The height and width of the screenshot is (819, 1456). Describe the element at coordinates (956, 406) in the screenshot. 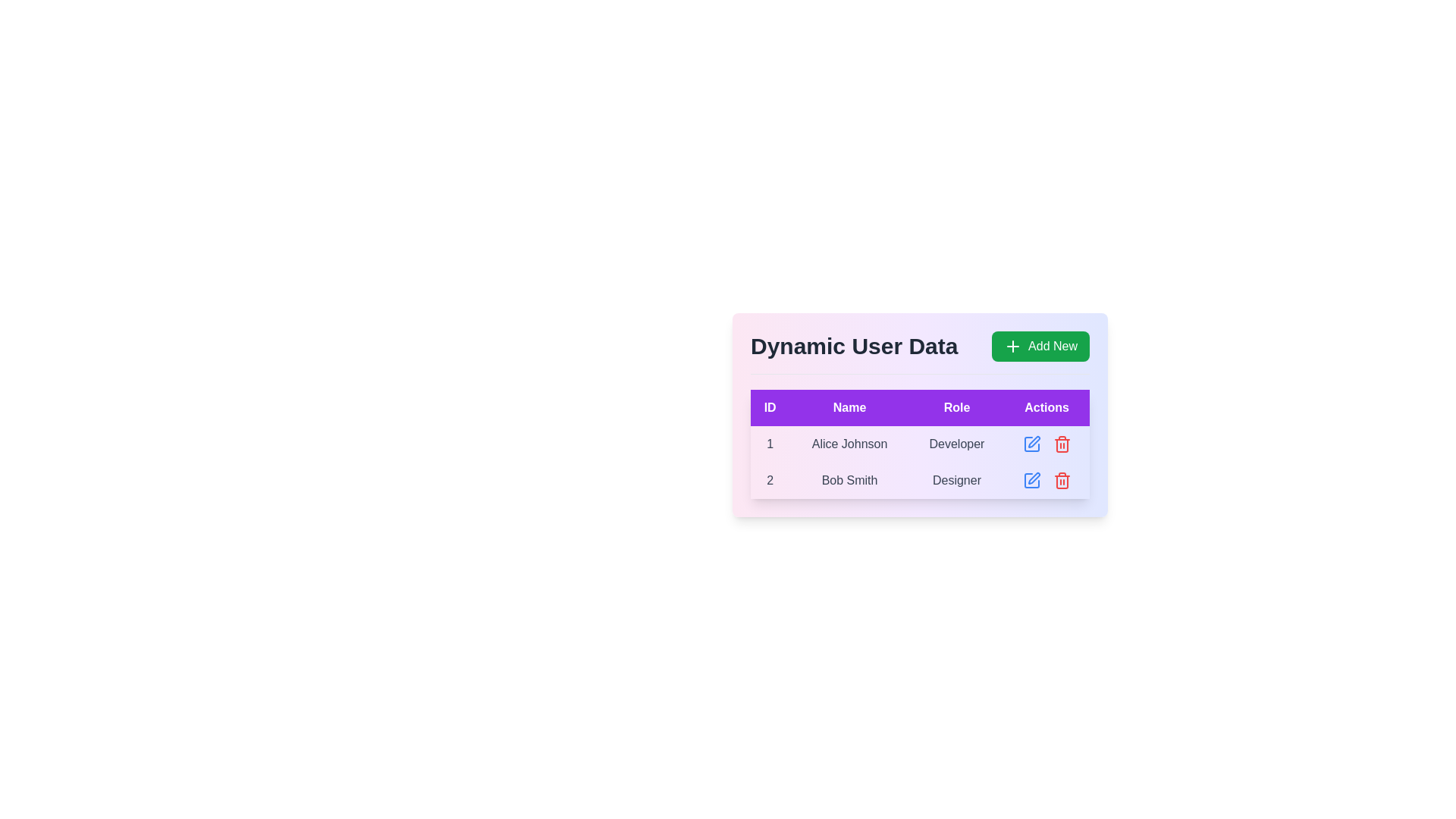

I see `the 'Role' column header in the user data table, which is the third column header between 'Name' and 'Actions'` at that location.